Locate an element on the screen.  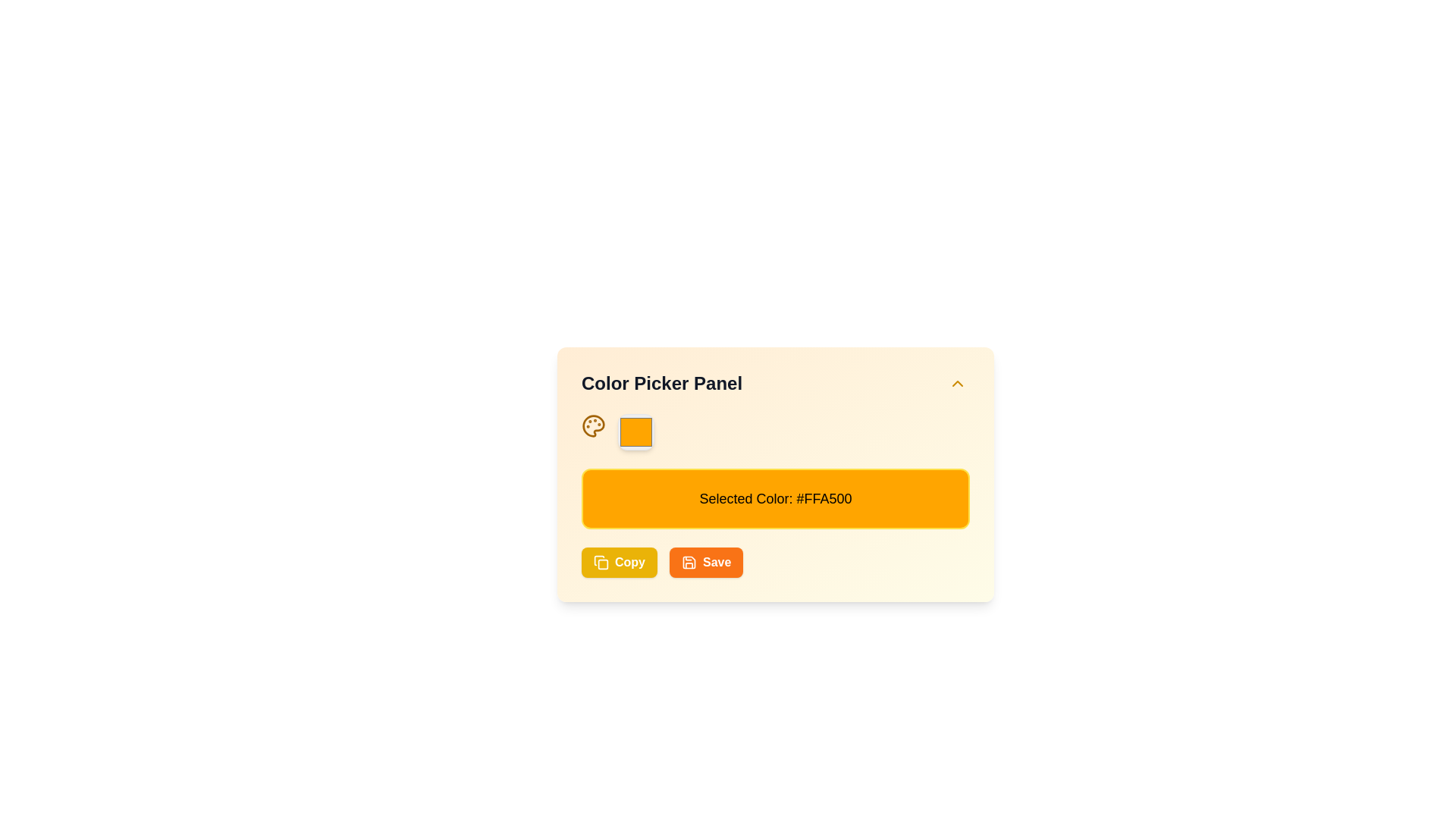
the 'Save' button with an orange background and white text, located at the bottom-right of the color picker panel is located at coordinates (705, 562).